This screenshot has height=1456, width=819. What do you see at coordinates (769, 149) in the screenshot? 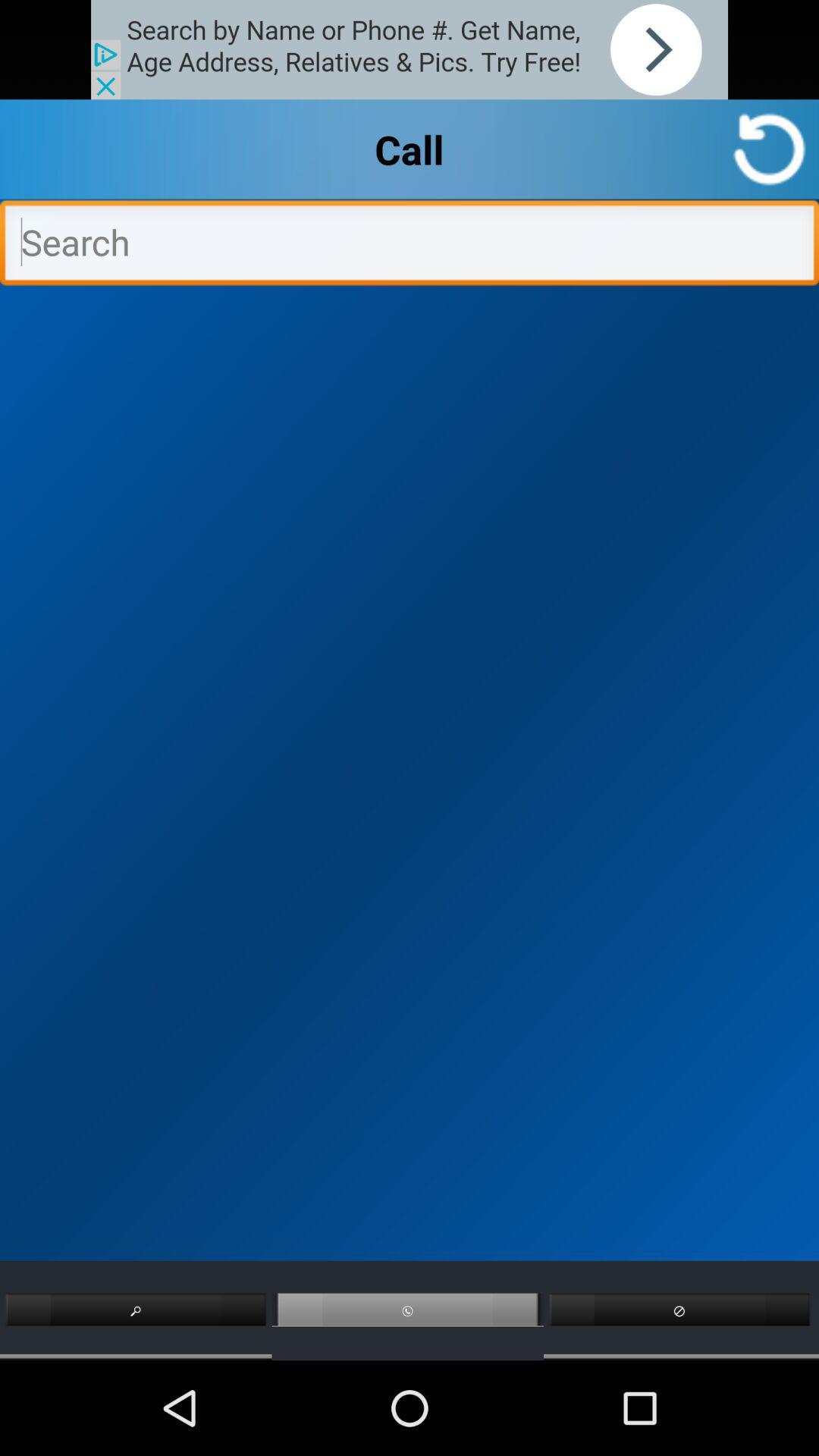
I see `switch reload option` at bounding box center [769, 149].